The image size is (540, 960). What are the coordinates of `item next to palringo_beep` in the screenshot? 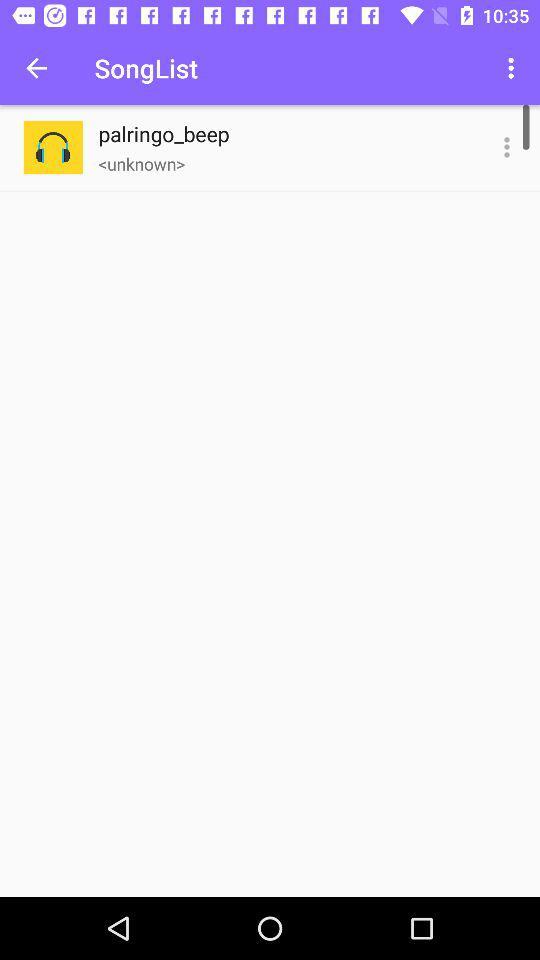 It's located at (507, 146).